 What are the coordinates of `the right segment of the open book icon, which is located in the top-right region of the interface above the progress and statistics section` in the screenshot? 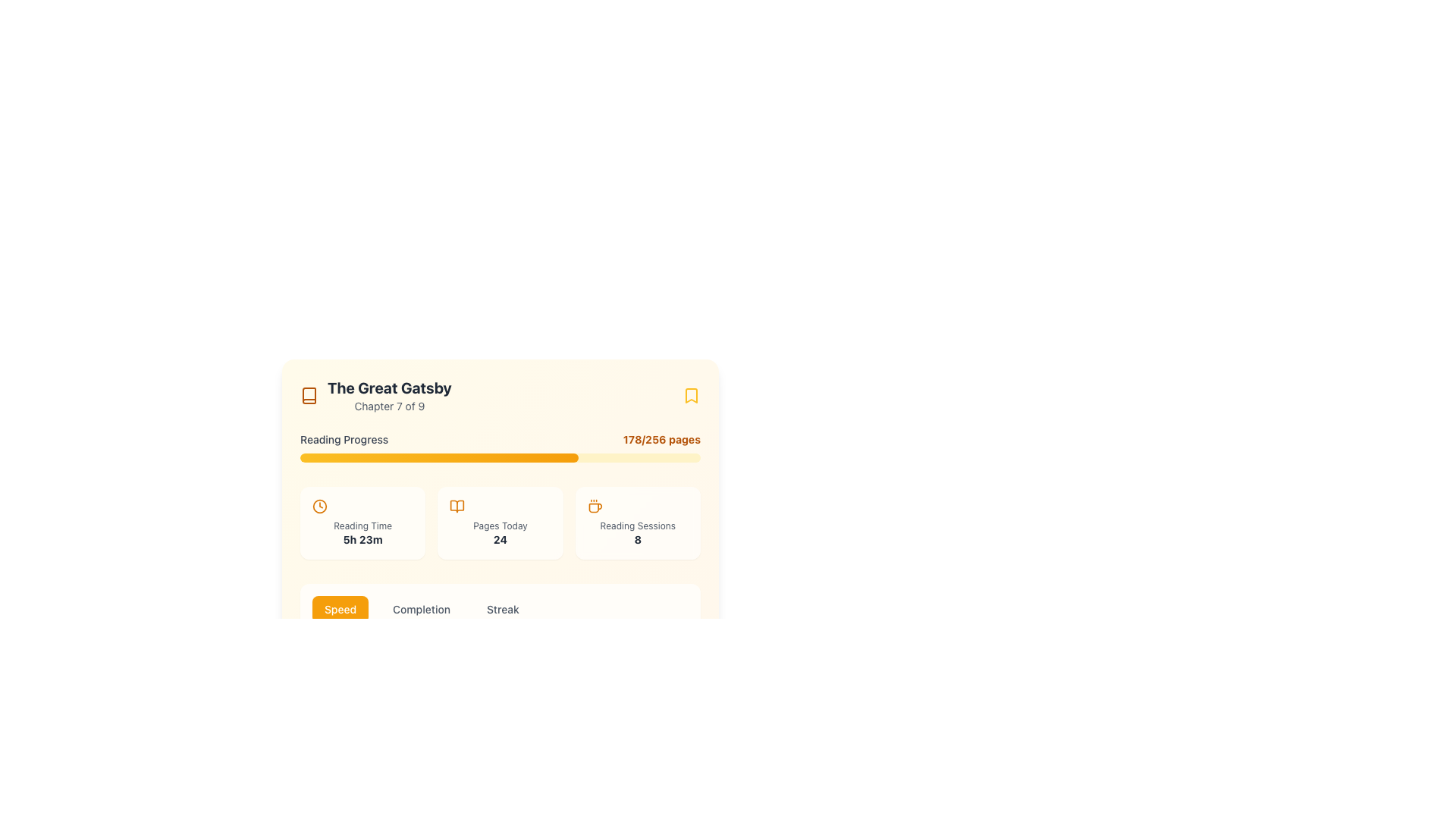 It's located at (457, 506).